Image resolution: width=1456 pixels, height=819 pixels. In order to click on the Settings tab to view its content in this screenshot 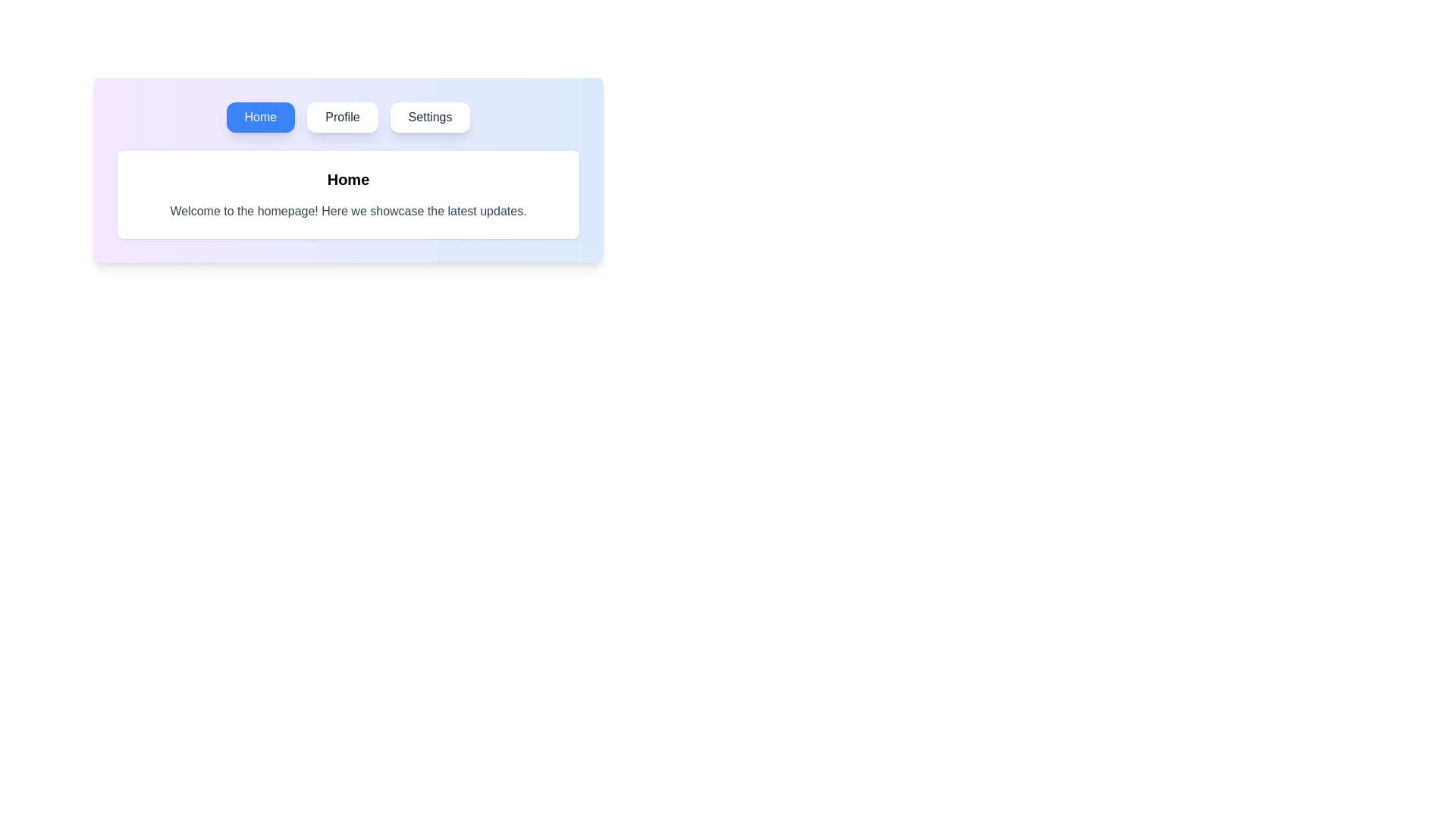, I will do `click(429, 116)`.